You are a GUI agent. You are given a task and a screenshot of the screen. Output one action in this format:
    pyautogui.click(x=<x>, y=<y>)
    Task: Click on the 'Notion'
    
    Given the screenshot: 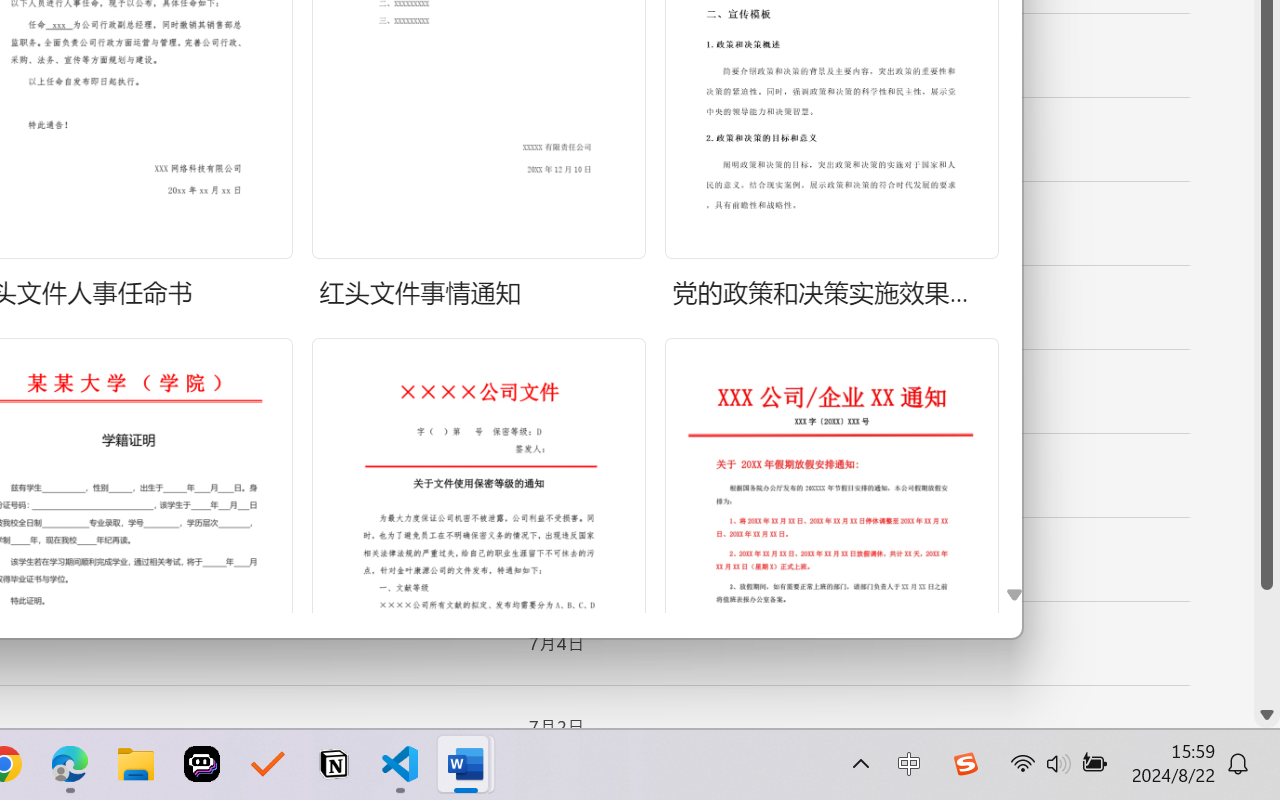 What is the action you would take?
    pyautogui.click(x=334, y=764)
    